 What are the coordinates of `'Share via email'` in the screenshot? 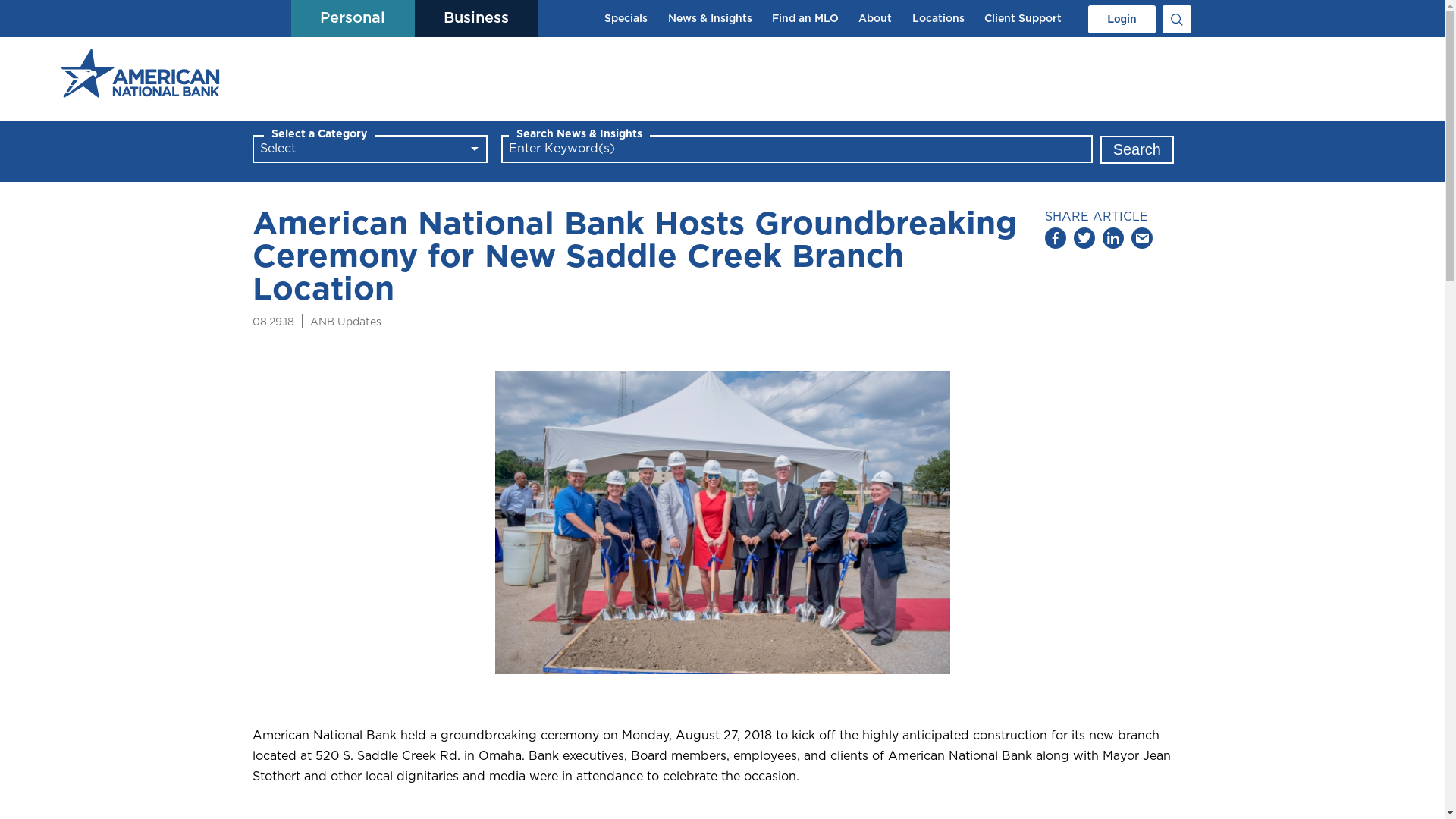 It's located at (1144, 241).